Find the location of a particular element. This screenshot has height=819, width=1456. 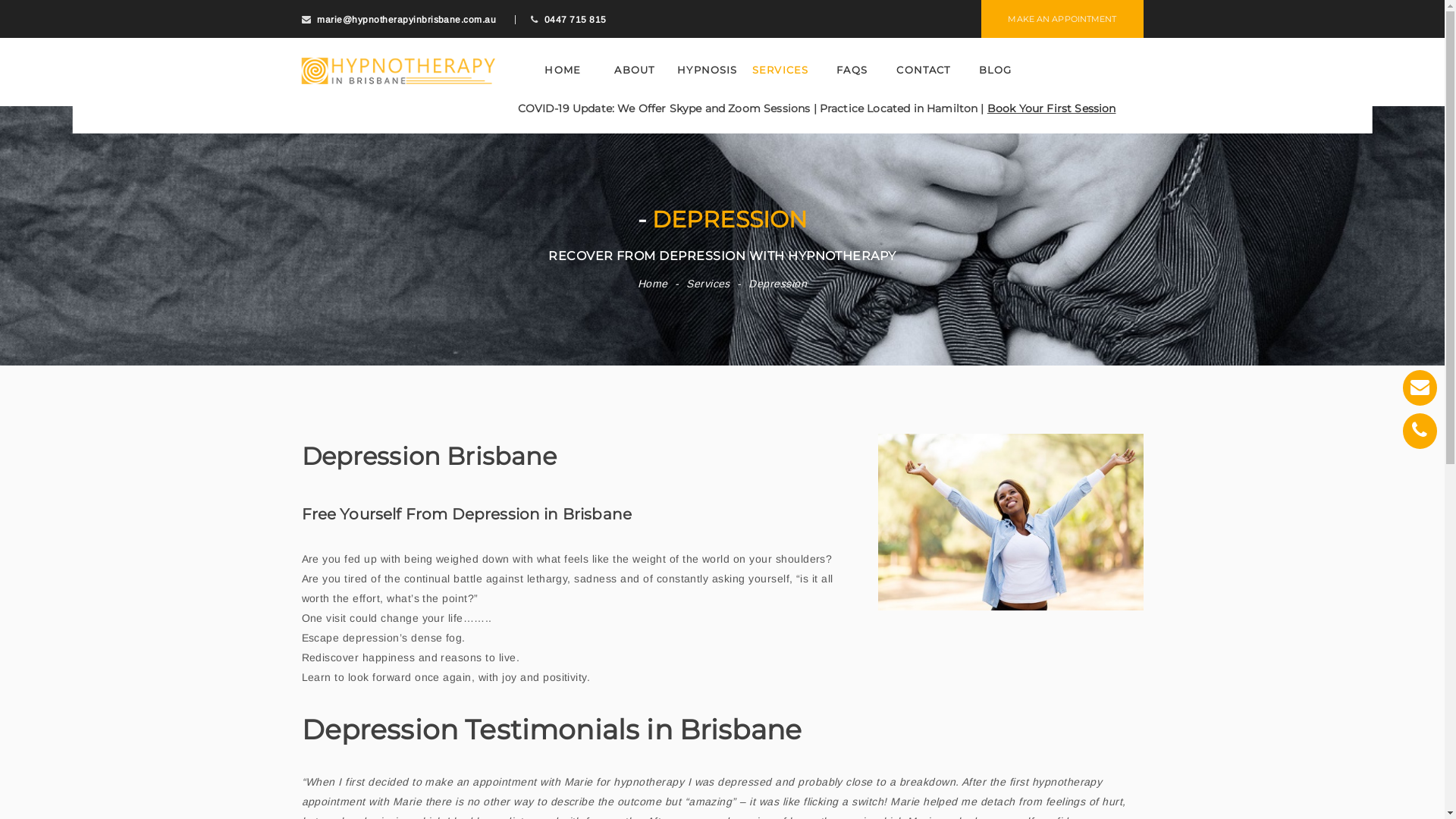

'HOME' is located at coordinates (562, 70).